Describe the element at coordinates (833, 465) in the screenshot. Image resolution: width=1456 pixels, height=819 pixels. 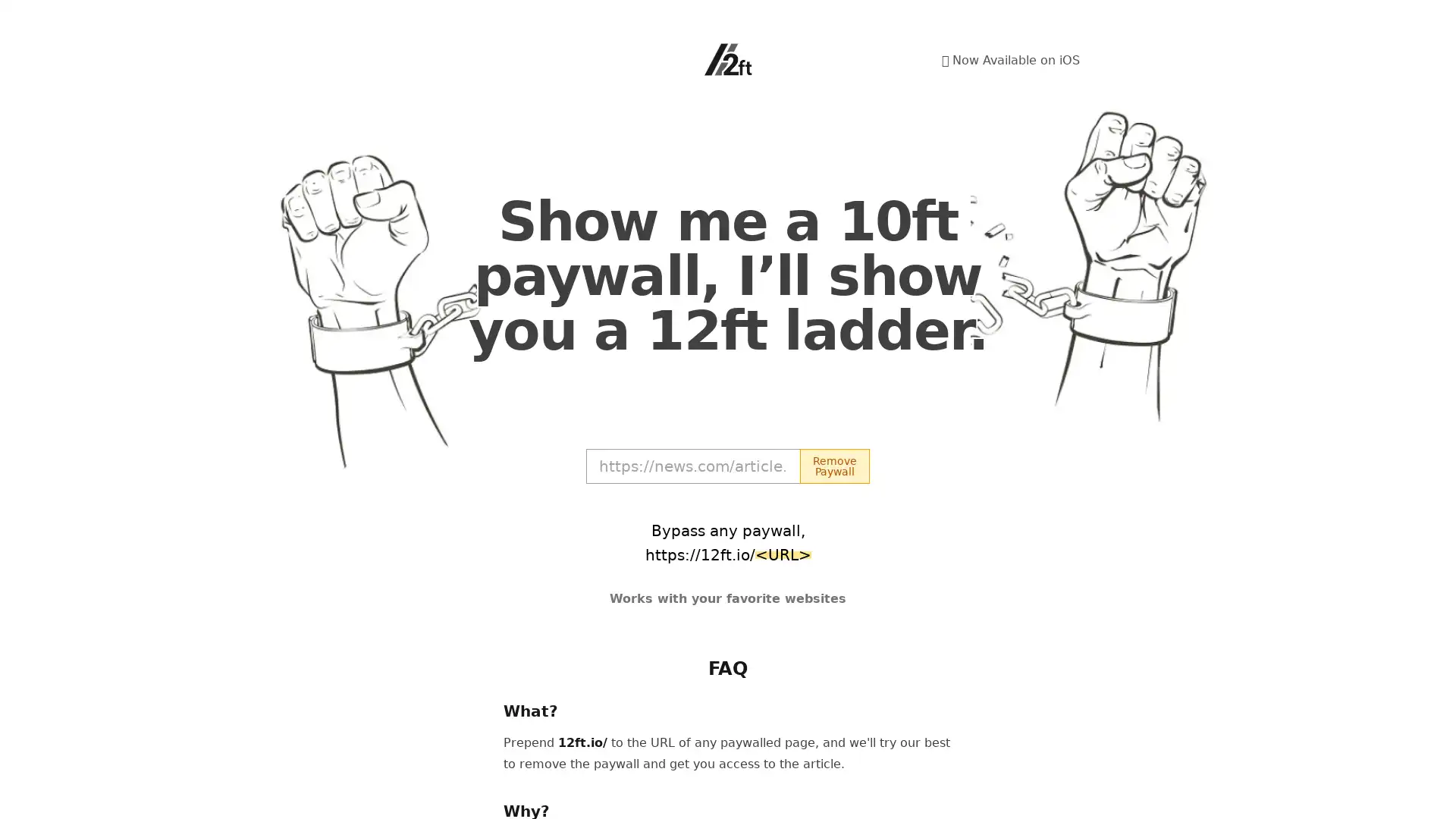
I see `Remove Paywall` at that location.